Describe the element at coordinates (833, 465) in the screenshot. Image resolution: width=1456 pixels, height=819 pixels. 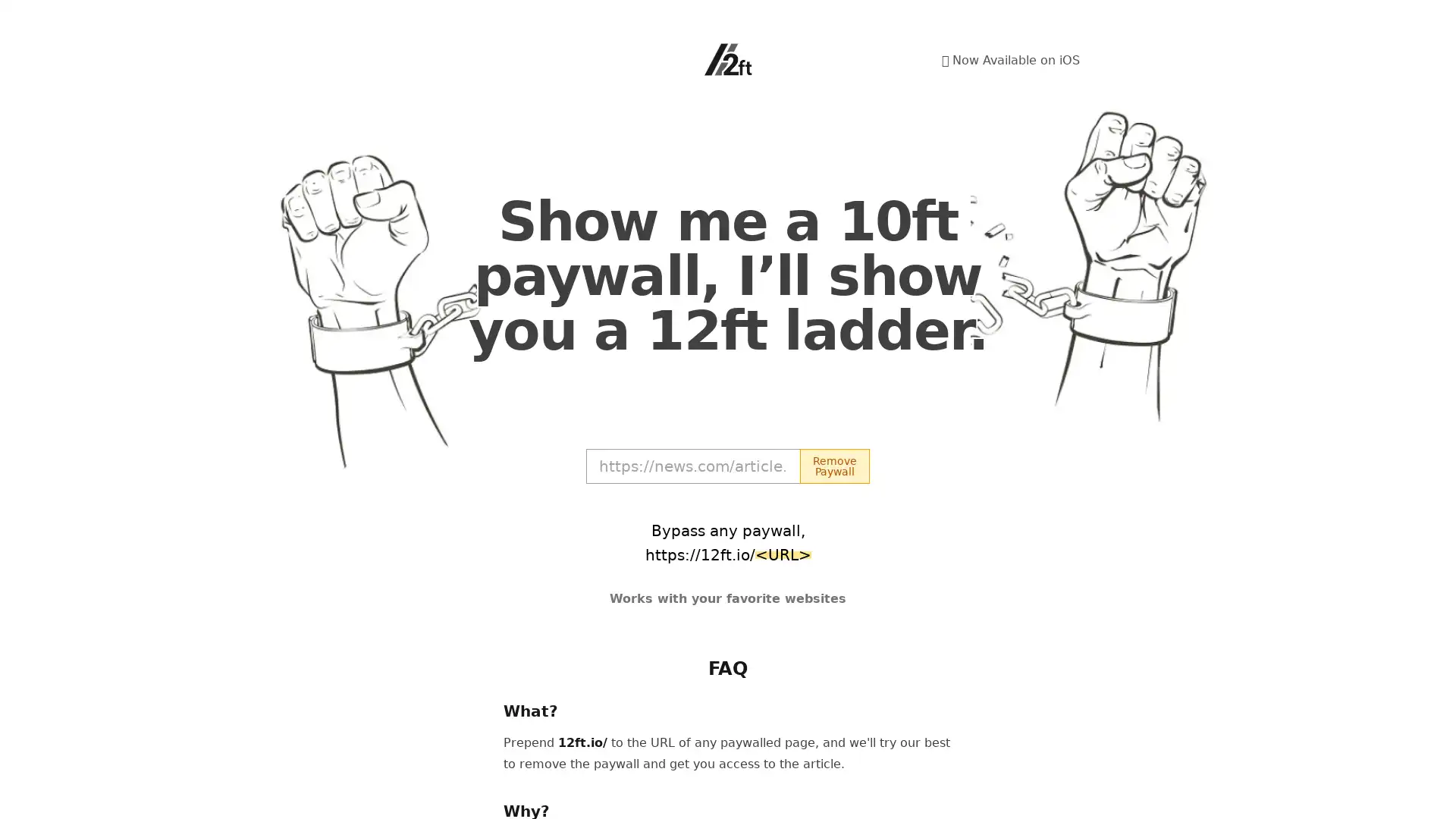
I see `Remove Paywall` at that location.